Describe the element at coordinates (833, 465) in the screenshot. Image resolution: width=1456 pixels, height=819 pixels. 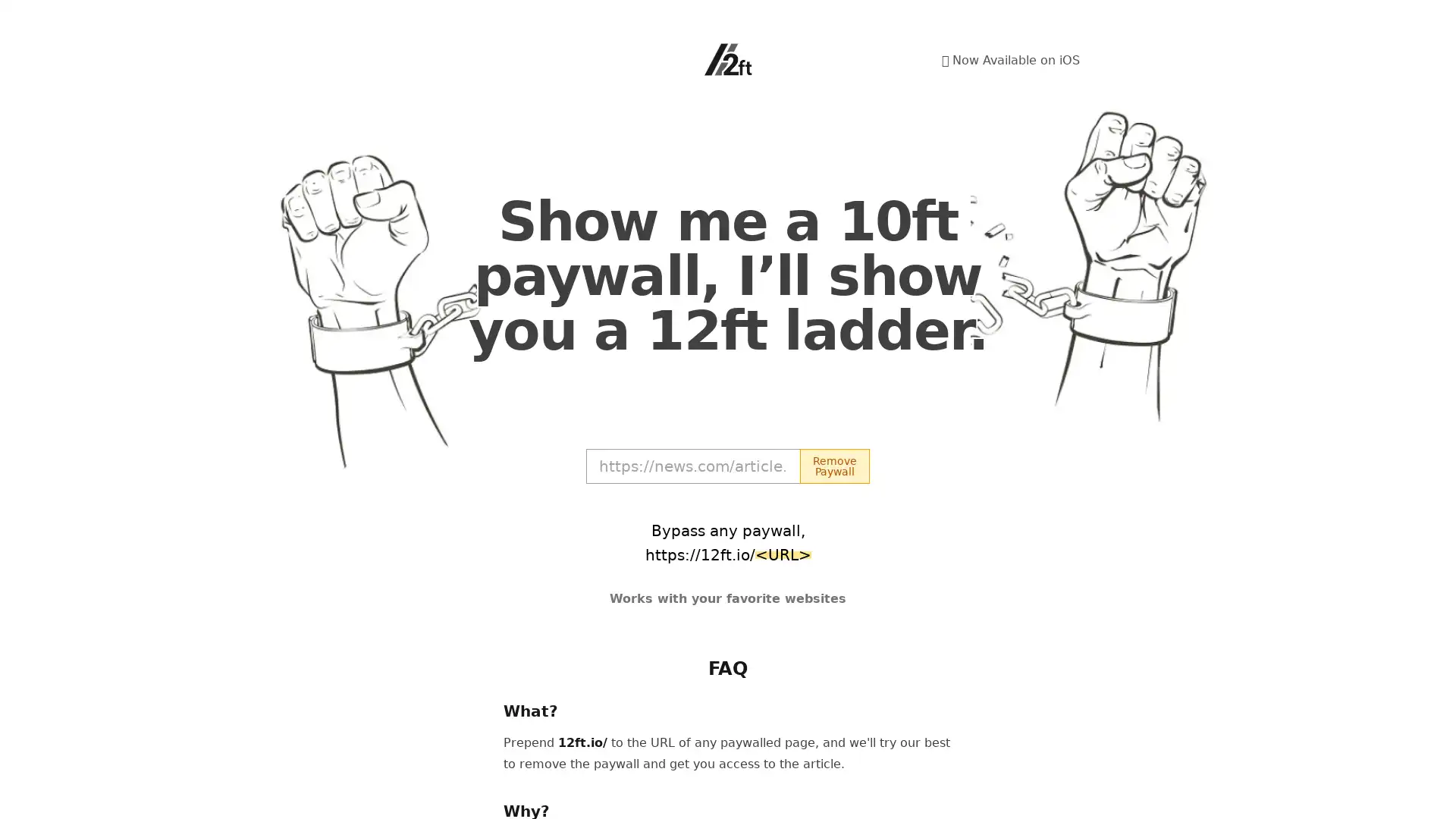
I see `Remove Paywall` at that location.